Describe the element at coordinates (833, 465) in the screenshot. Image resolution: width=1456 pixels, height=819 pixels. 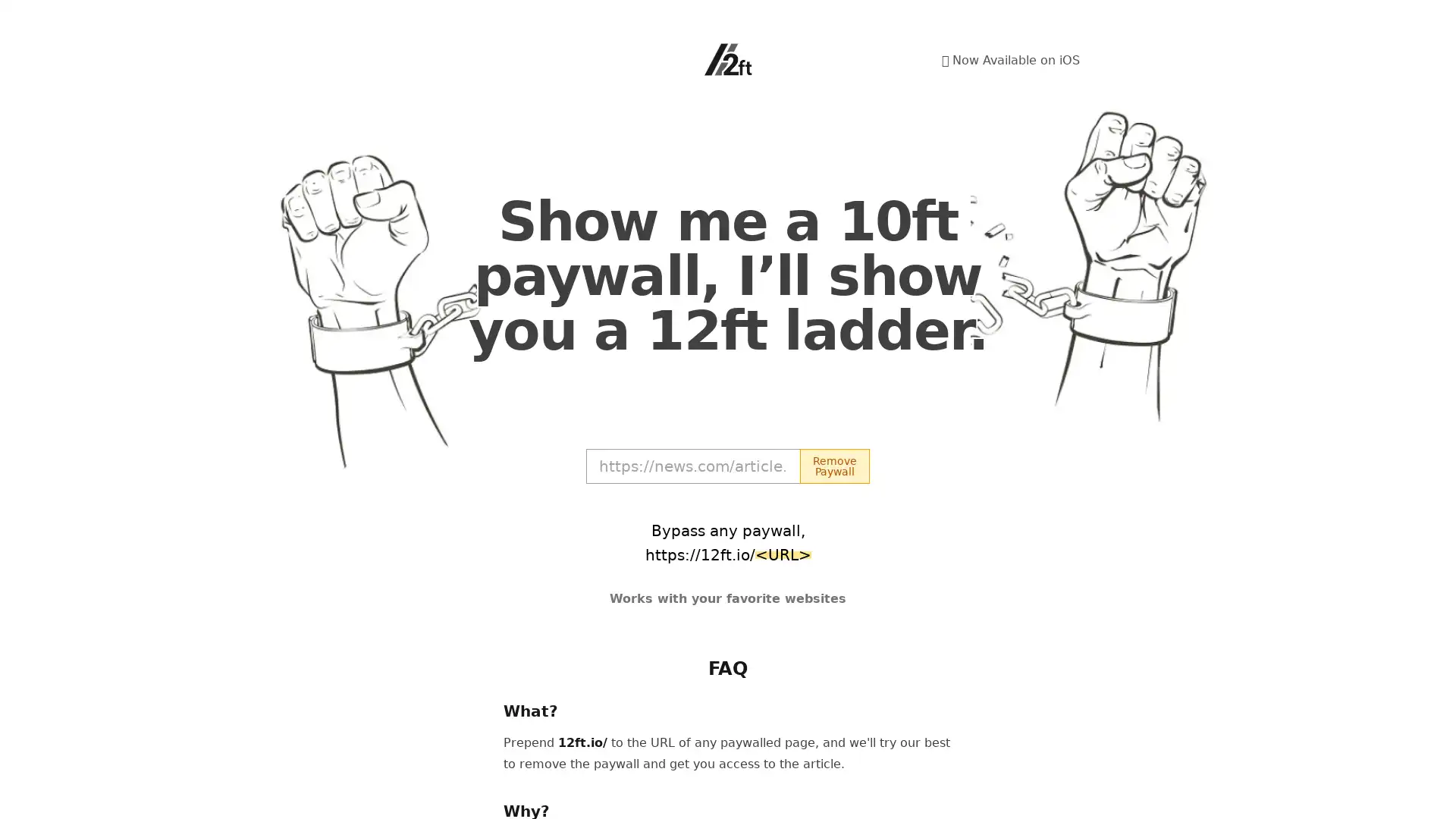
I see `Remove Paywall` at that location.